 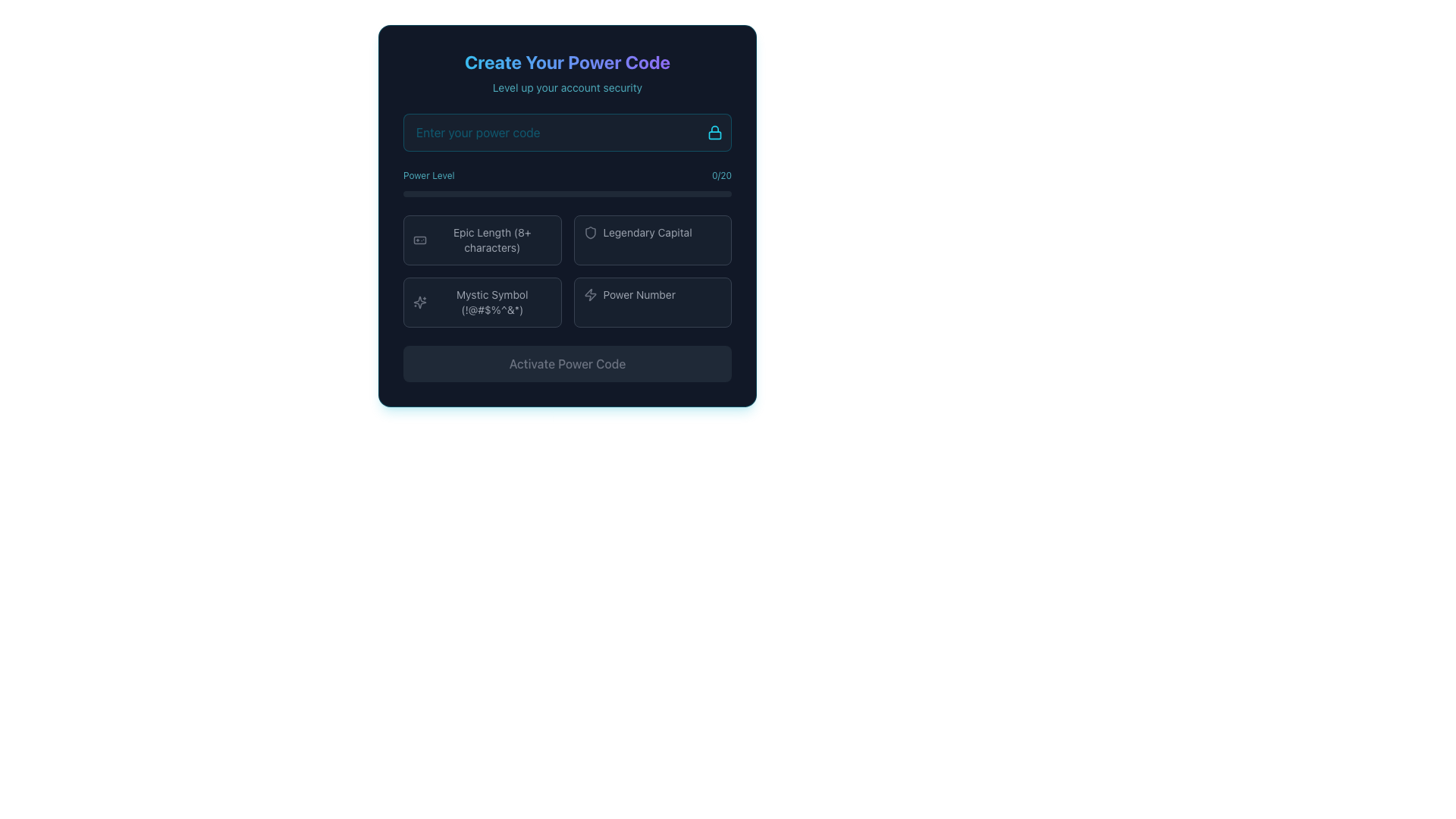 What do you see at coordinates (589, 233) in the screenshot?
I see `the shield-shaped icon located in the top-right corner of the 'Legendary Capital' option for interaction` at bounding box center [589, 233].